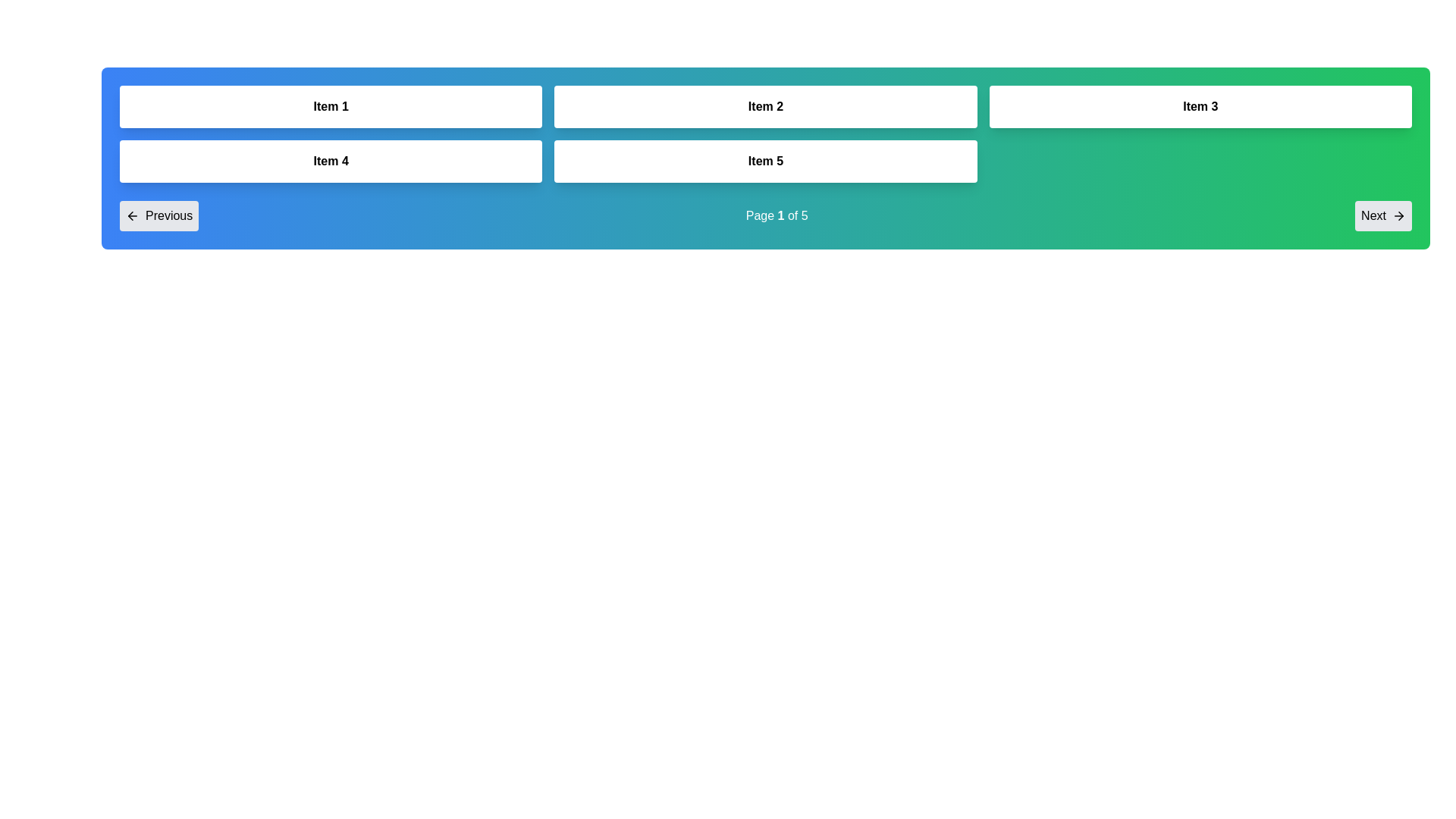  What do you see at coordinates (130, 216) in the screenshot?
I see `the left-pointing arrow icon located within the 'Previous' button at the bottom left corner of the page` at bounding box center [130, 216].